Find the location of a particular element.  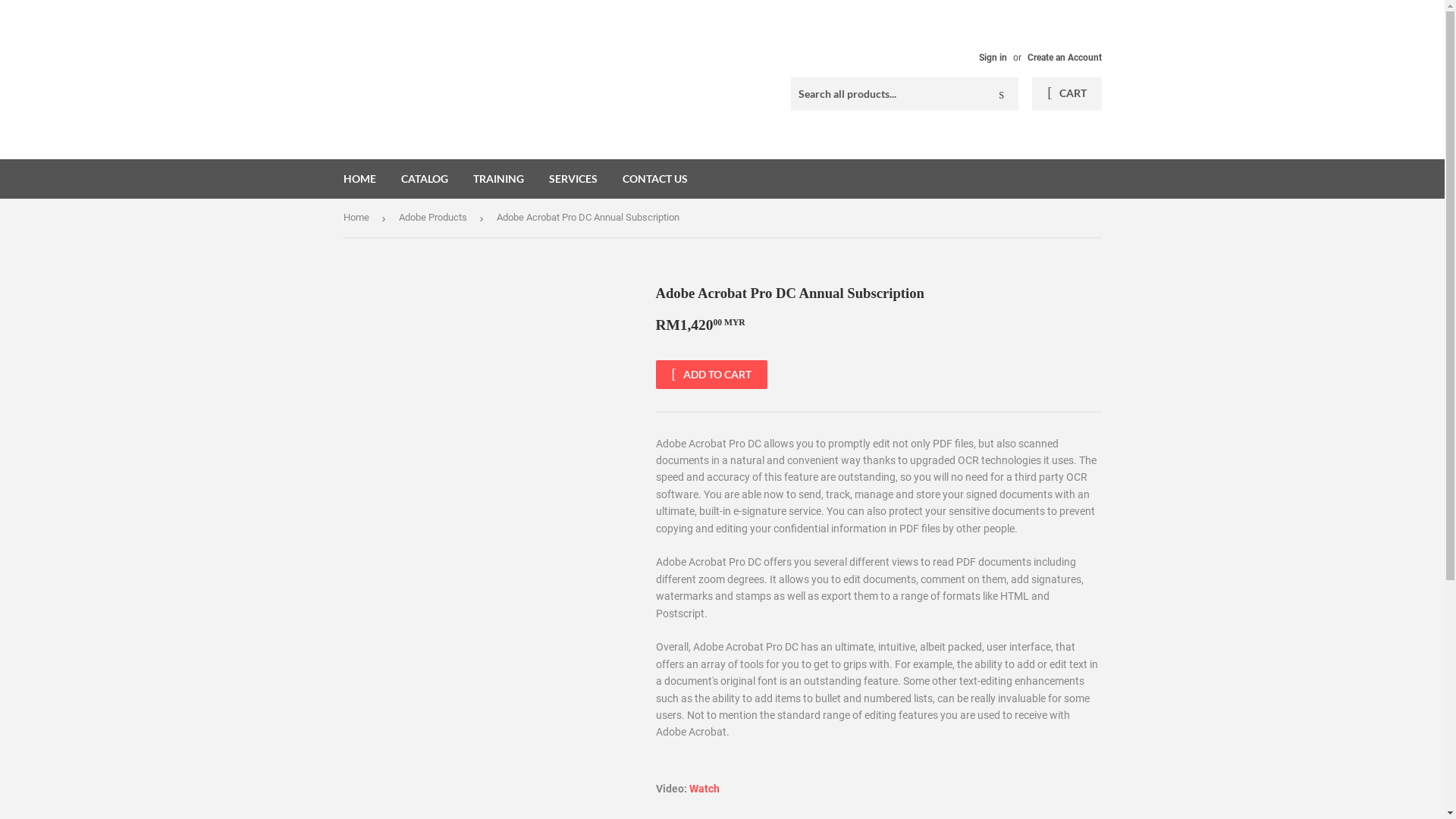

'Sign in' is located at coordinates (978, 57).